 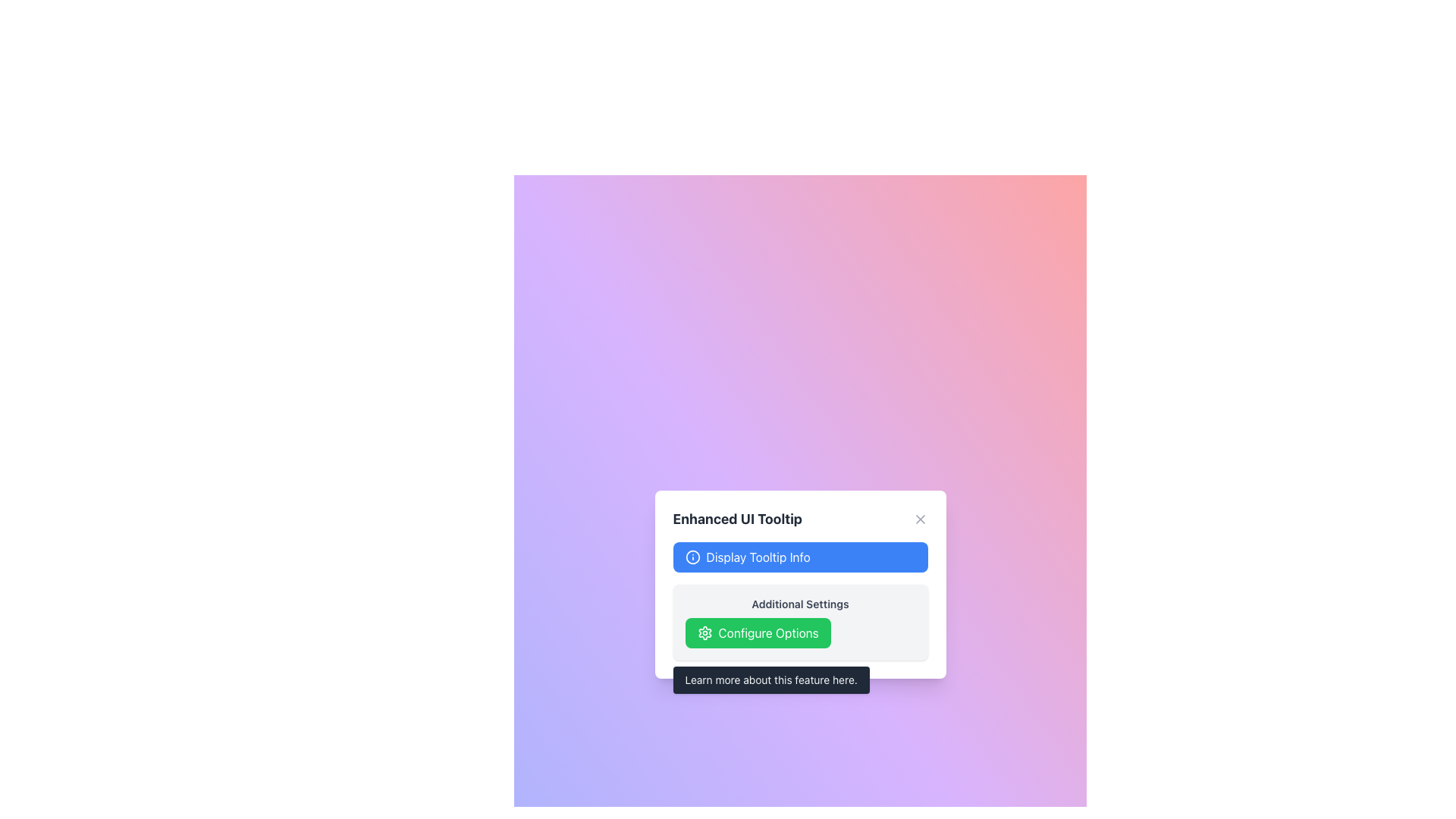 What do you see at coordinates (799, 601) in the screenshot?
I see `the section titled 'Additional Settings' within the modal` at bounding box center [799, 601].